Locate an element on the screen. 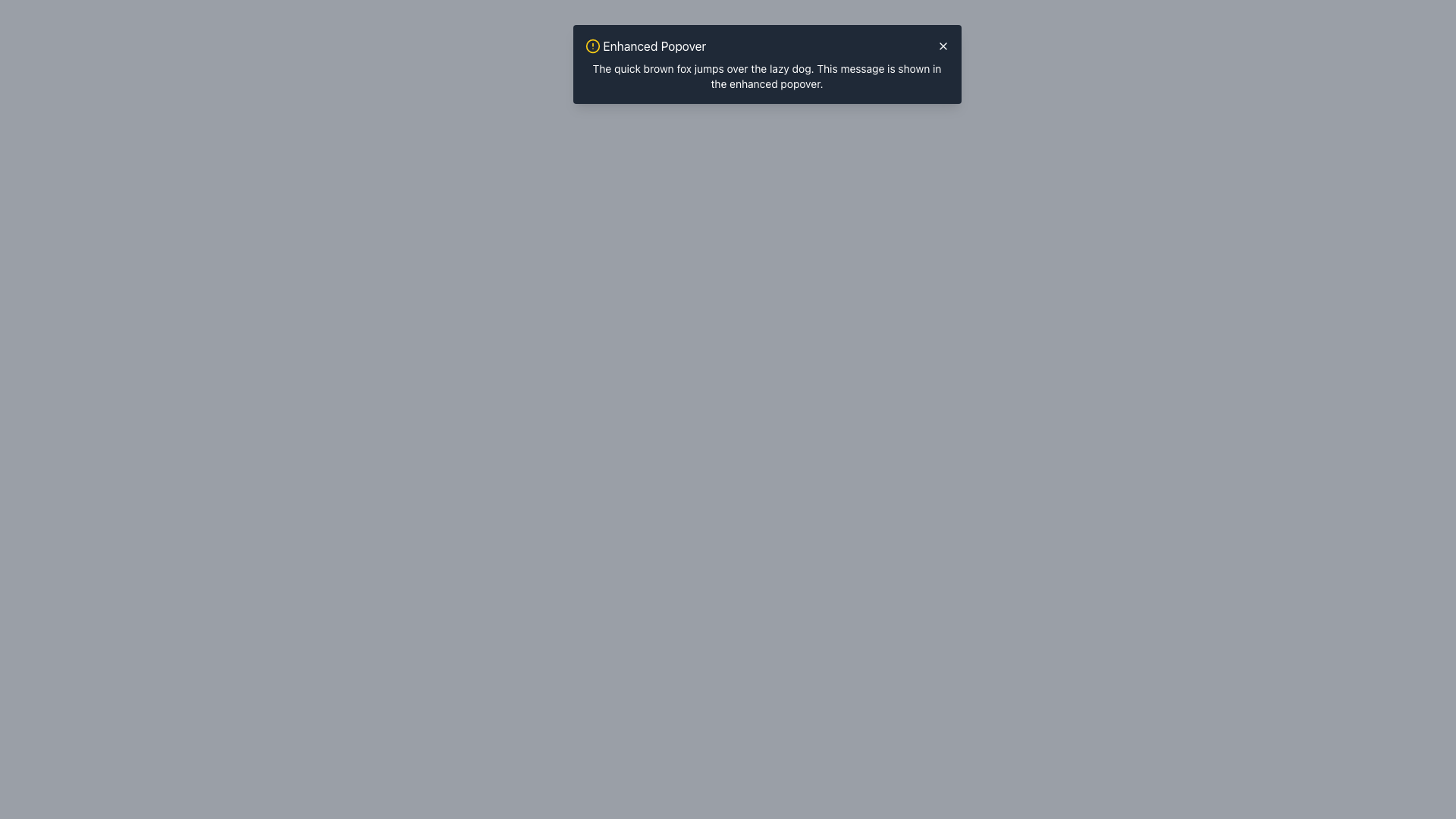  the Alert Indicator Icon, which is a circular icon with a yellow border and a hollow center, located to the immediate left of the text 'Enhanced Popover' is located at coordinates (591, 45).